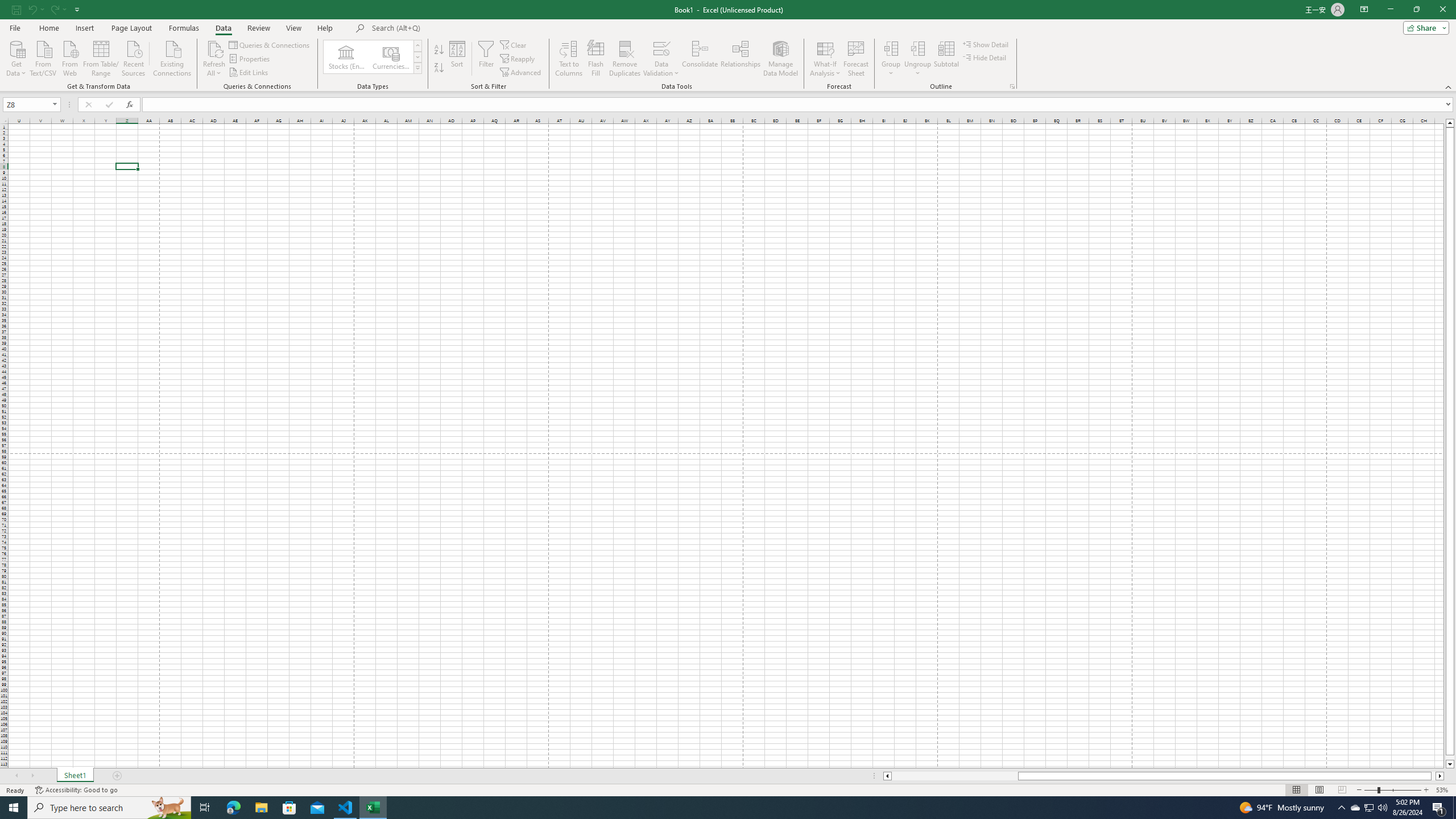 The image size is (1456, 819). I want to click on 'Sort...', so click(457, 59).